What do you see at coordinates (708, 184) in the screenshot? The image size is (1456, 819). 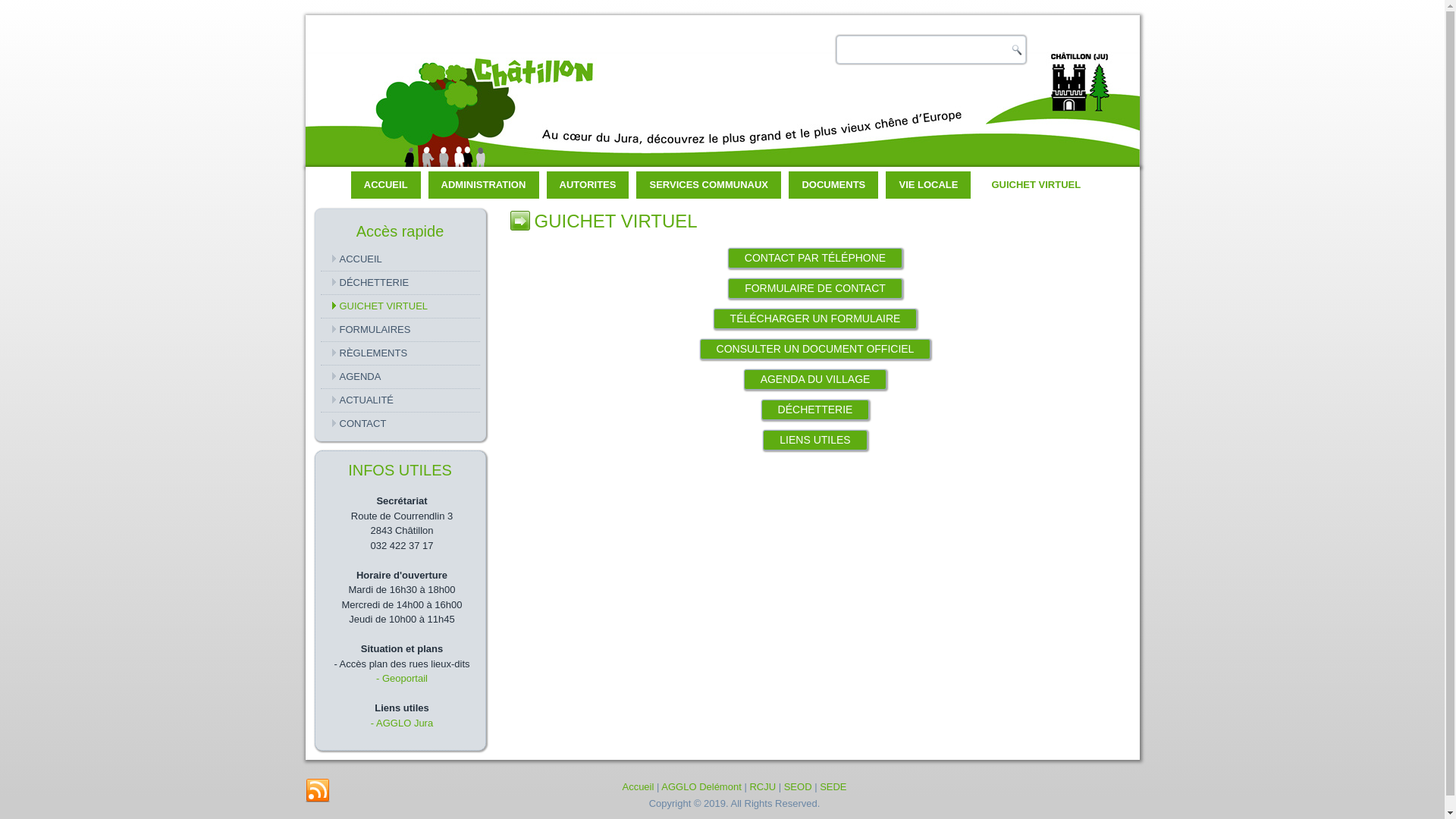 I see `'SERVICES COMMUNAUX'` at bounding box center [708, 184].